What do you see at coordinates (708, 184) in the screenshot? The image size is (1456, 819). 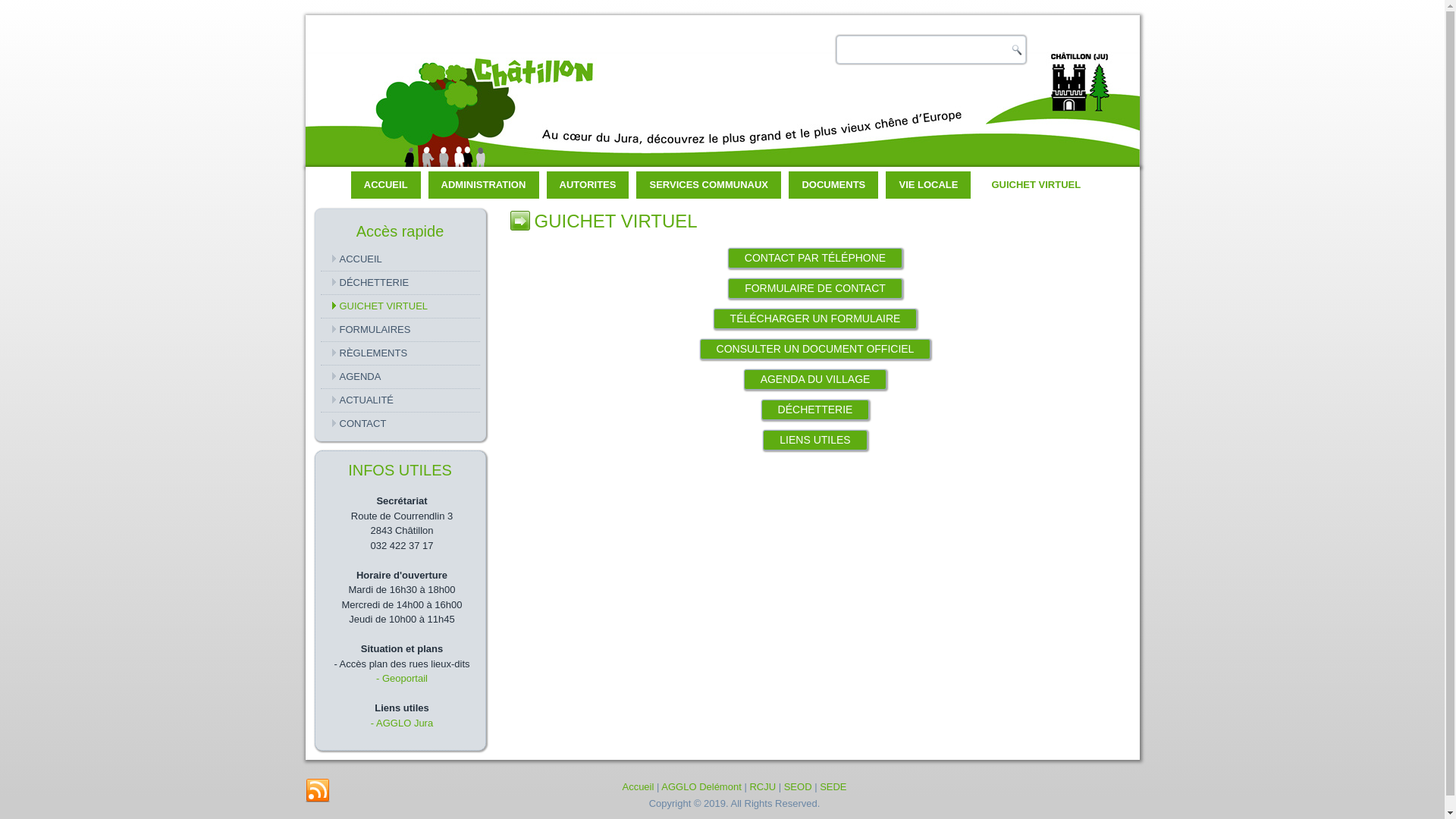 I see `'SERVICES COMMUNAUX'` at bounding box center [708, 184].